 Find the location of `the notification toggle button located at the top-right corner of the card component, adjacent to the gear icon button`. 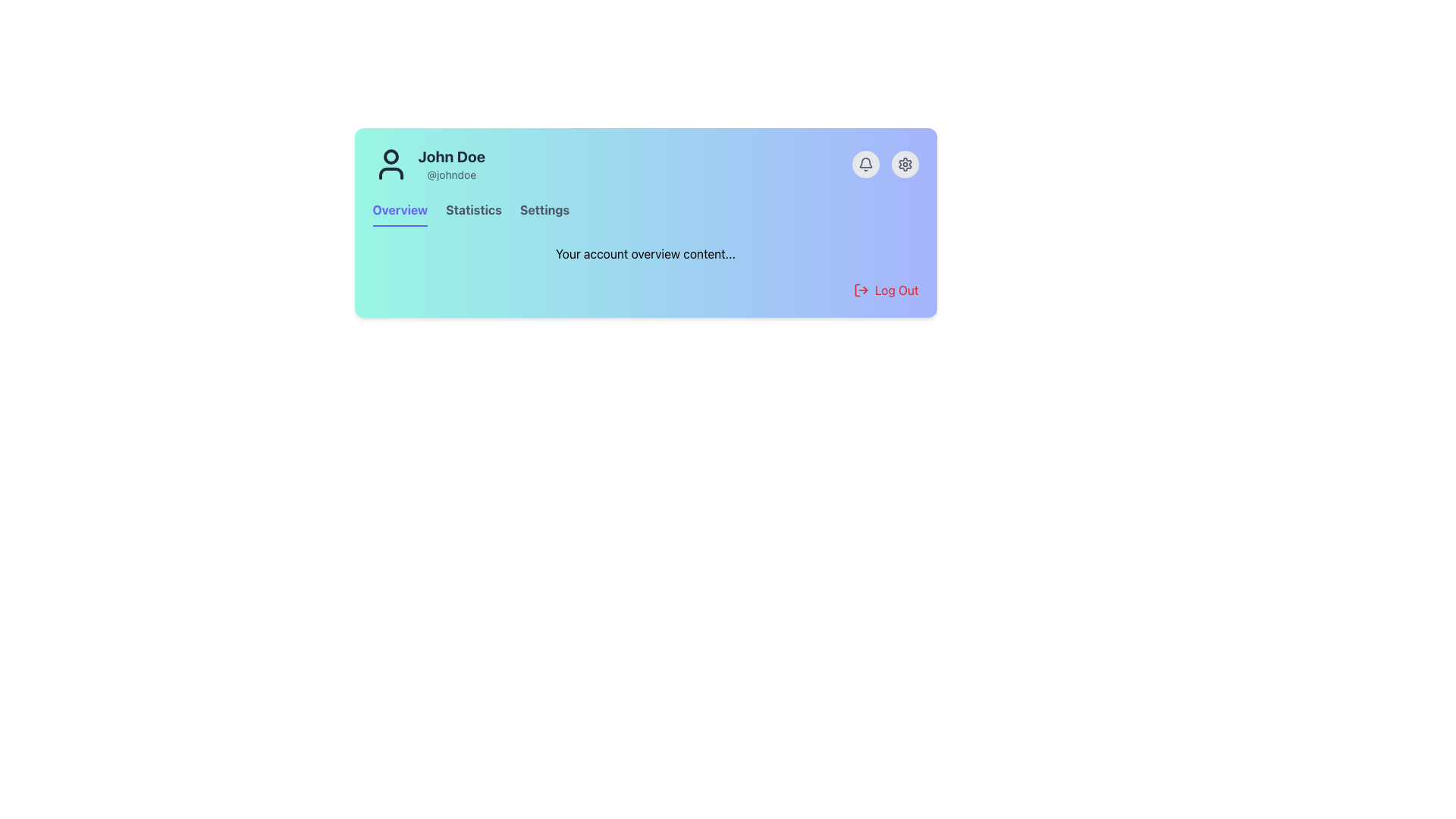

the notification toggle button located at the top-right corner of the card component, adjacent to the gear icon button is located at coordinates (865, 164).